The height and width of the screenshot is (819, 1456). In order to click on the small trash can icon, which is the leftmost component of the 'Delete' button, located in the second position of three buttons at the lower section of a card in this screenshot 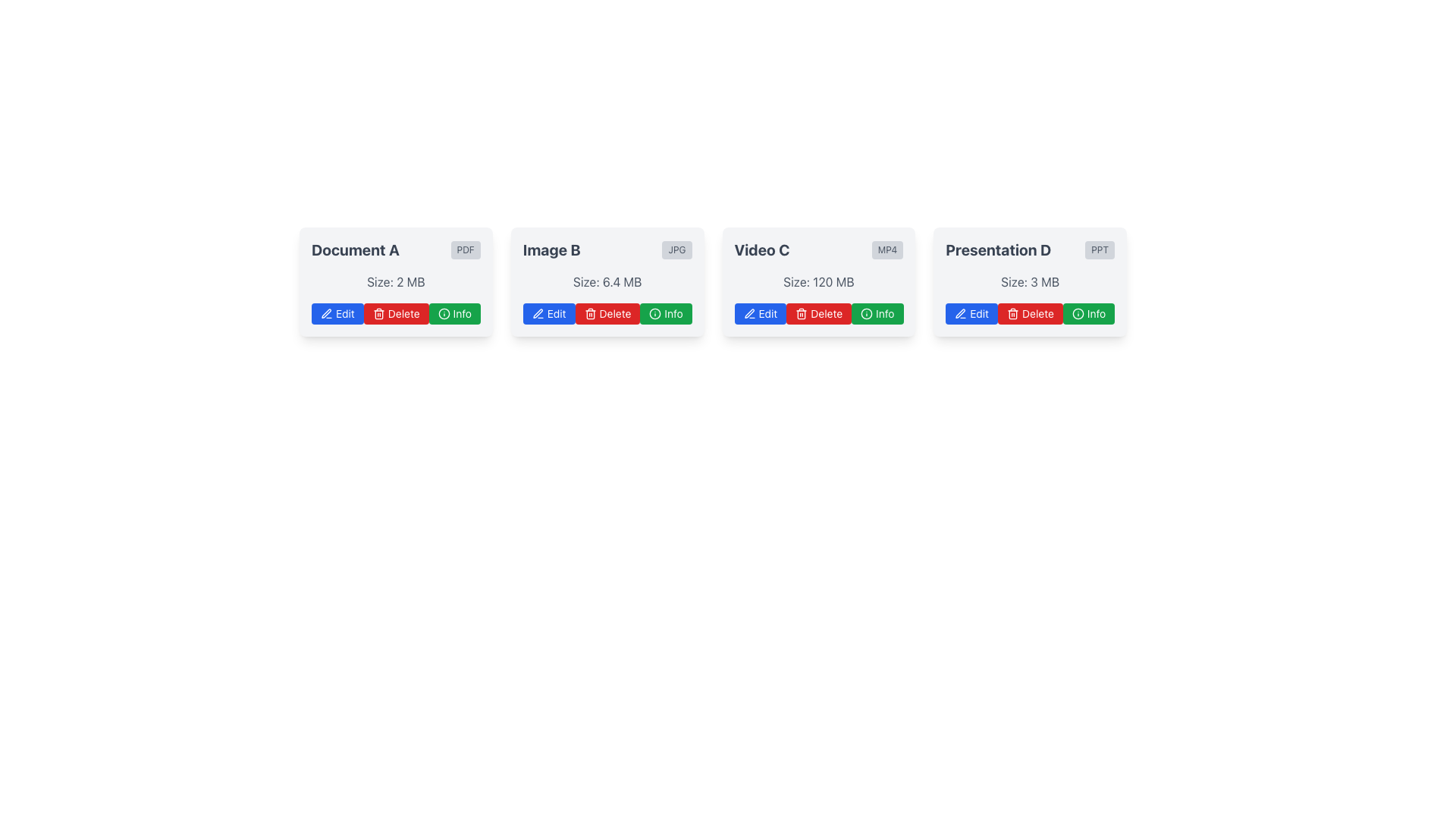, I will do `click(801, 312)`.